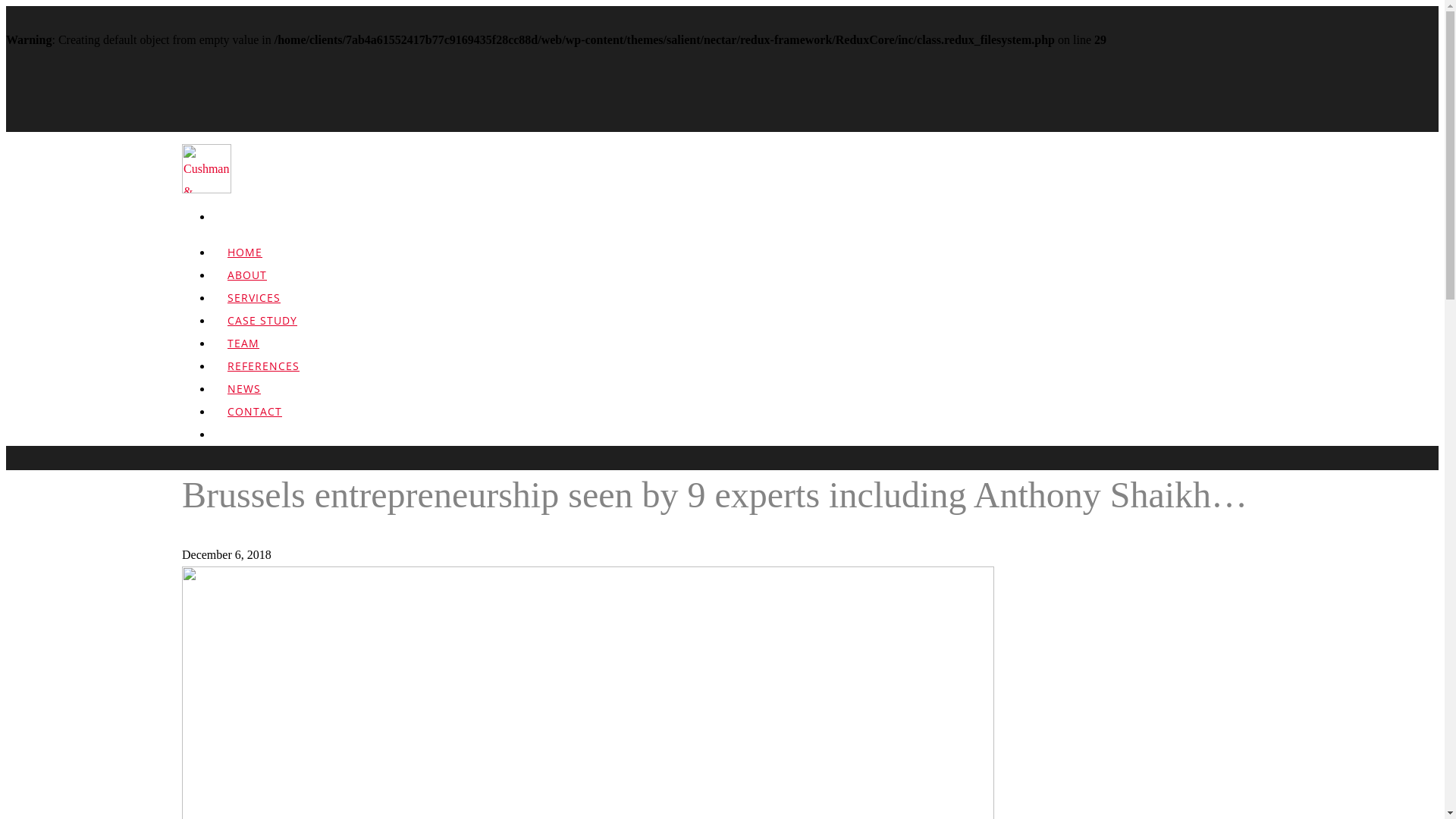 This screenshot has height=819, width=1456. I want to click on 'REFERENCES', so click(263, 375).